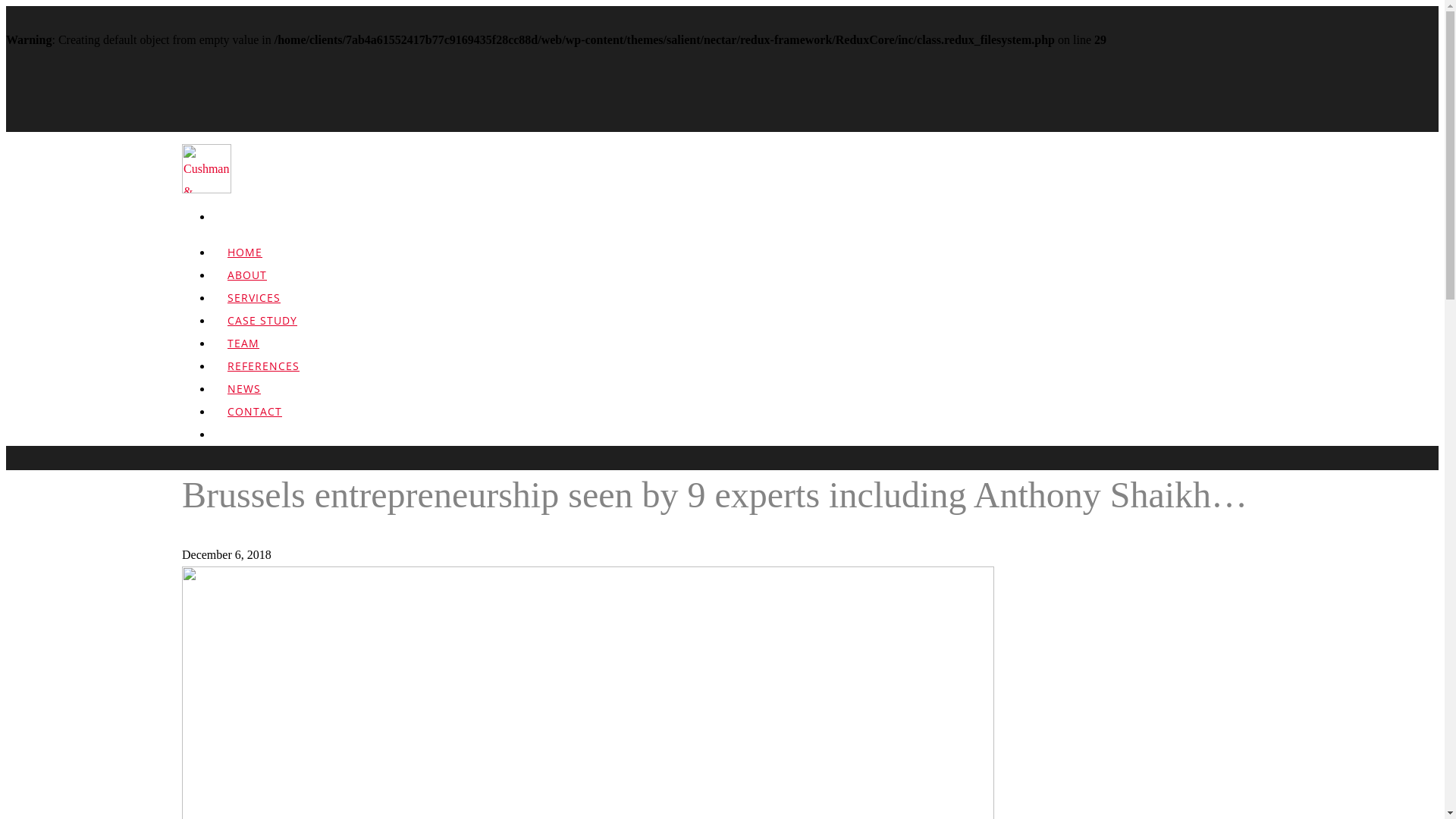 This screenshot has height=819, width=1456. I want to click on 'REFERENCES', so click(263, 375).